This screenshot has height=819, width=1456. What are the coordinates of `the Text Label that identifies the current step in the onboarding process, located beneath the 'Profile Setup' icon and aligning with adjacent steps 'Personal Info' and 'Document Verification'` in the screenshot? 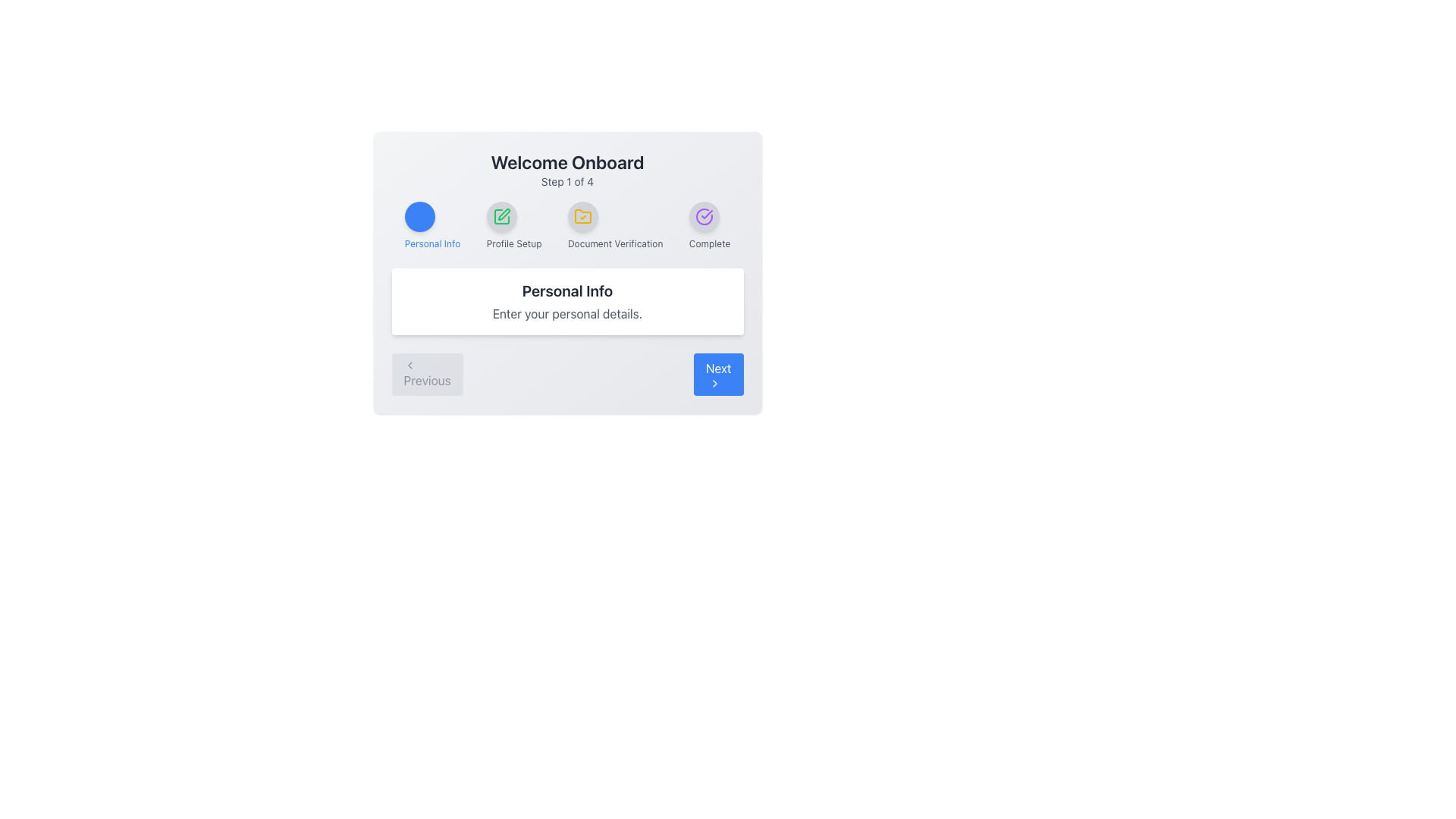 It's located at (514, 243).